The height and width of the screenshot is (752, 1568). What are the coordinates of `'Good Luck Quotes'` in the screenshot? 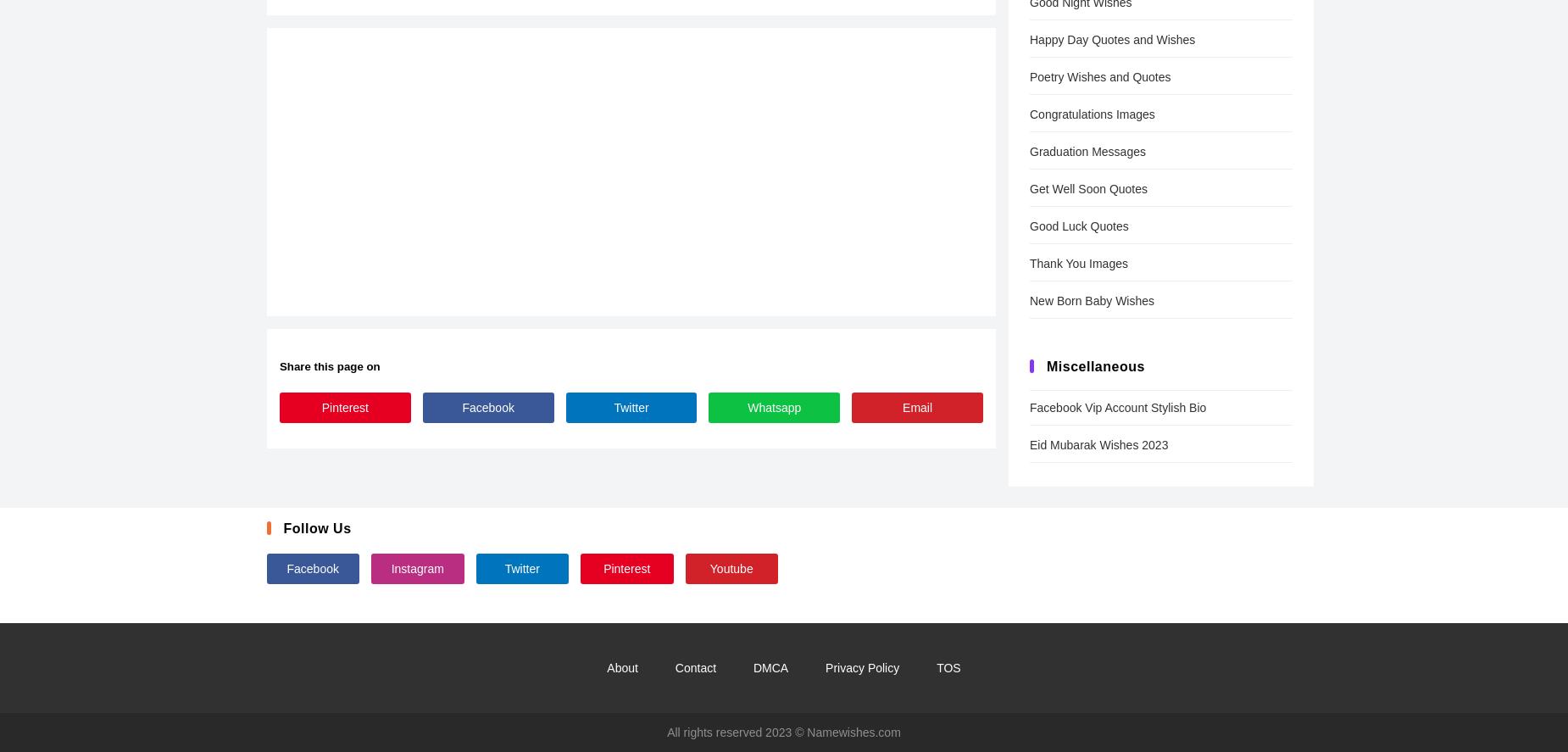 It's located at (1077, 225).